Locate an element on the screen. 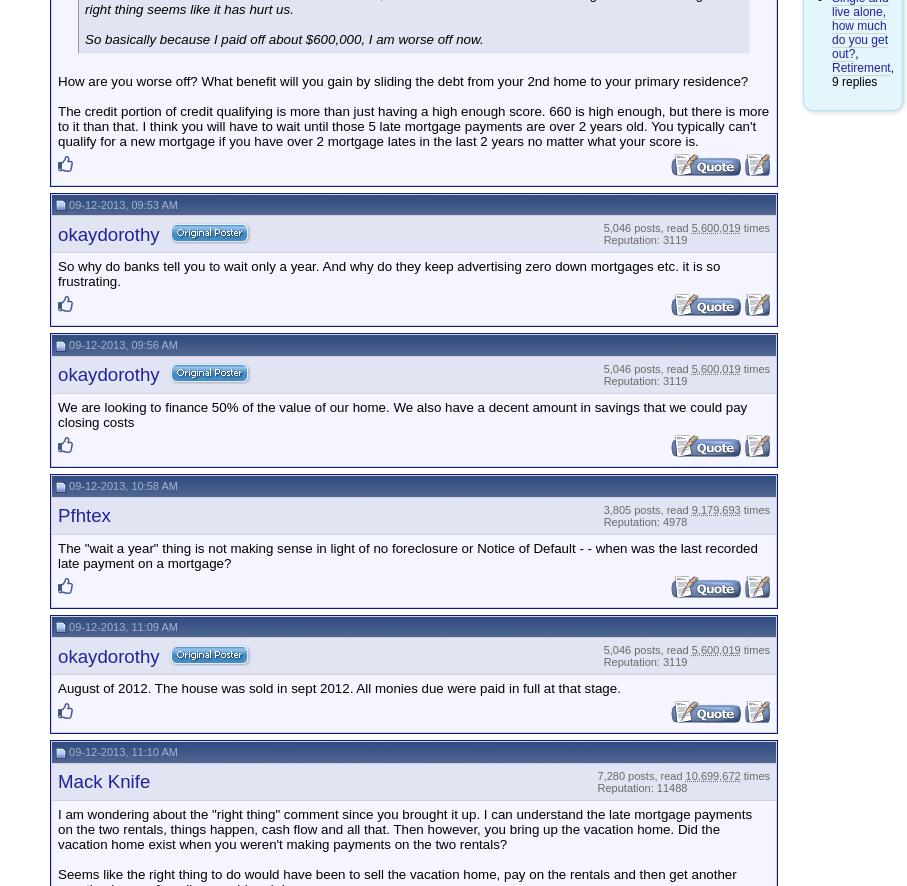  ',' is located at coordinates (855, 51).